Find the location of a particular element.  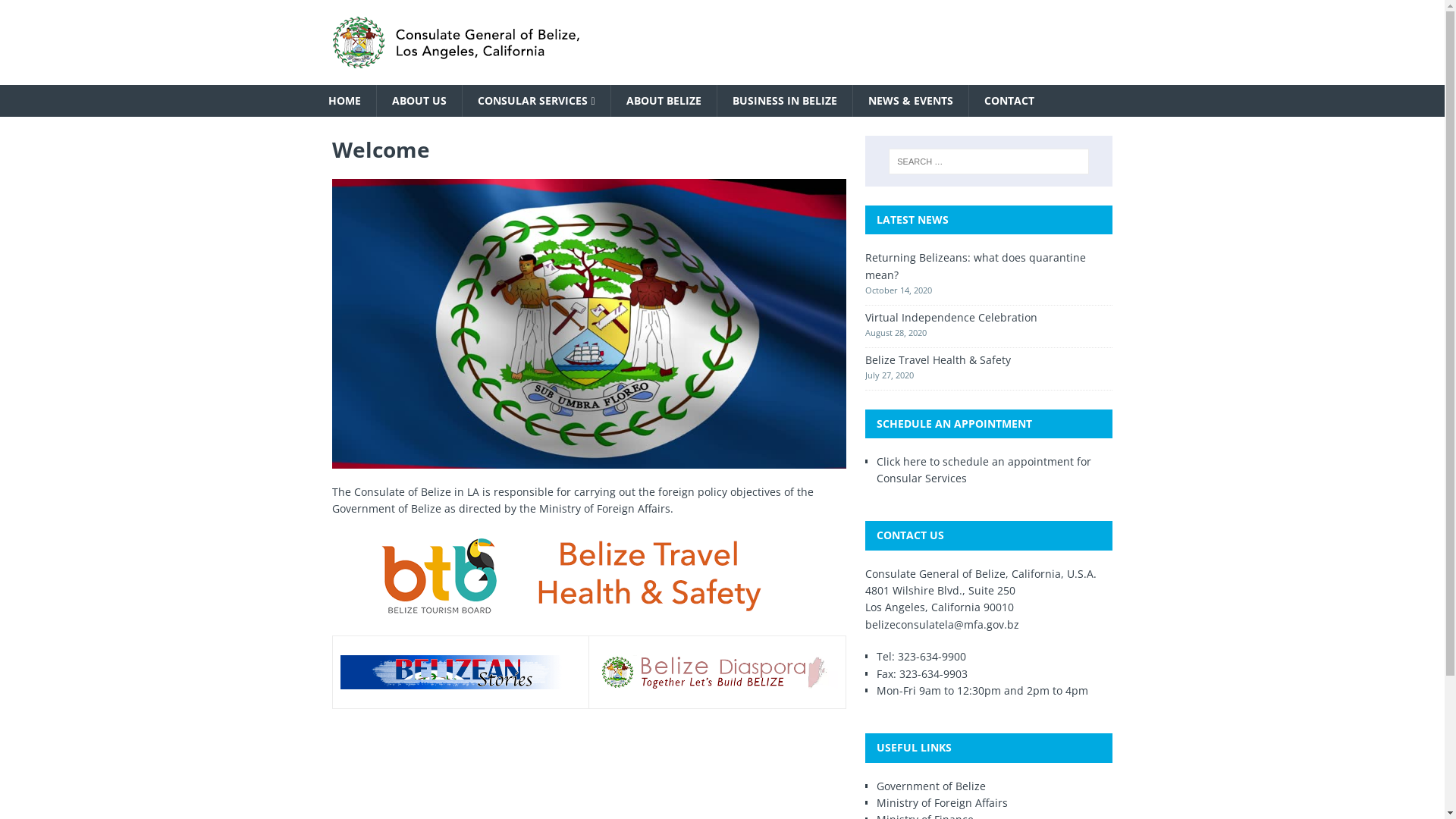

'Belize Travel Health & Safety' is located at coordinates (937, 359).